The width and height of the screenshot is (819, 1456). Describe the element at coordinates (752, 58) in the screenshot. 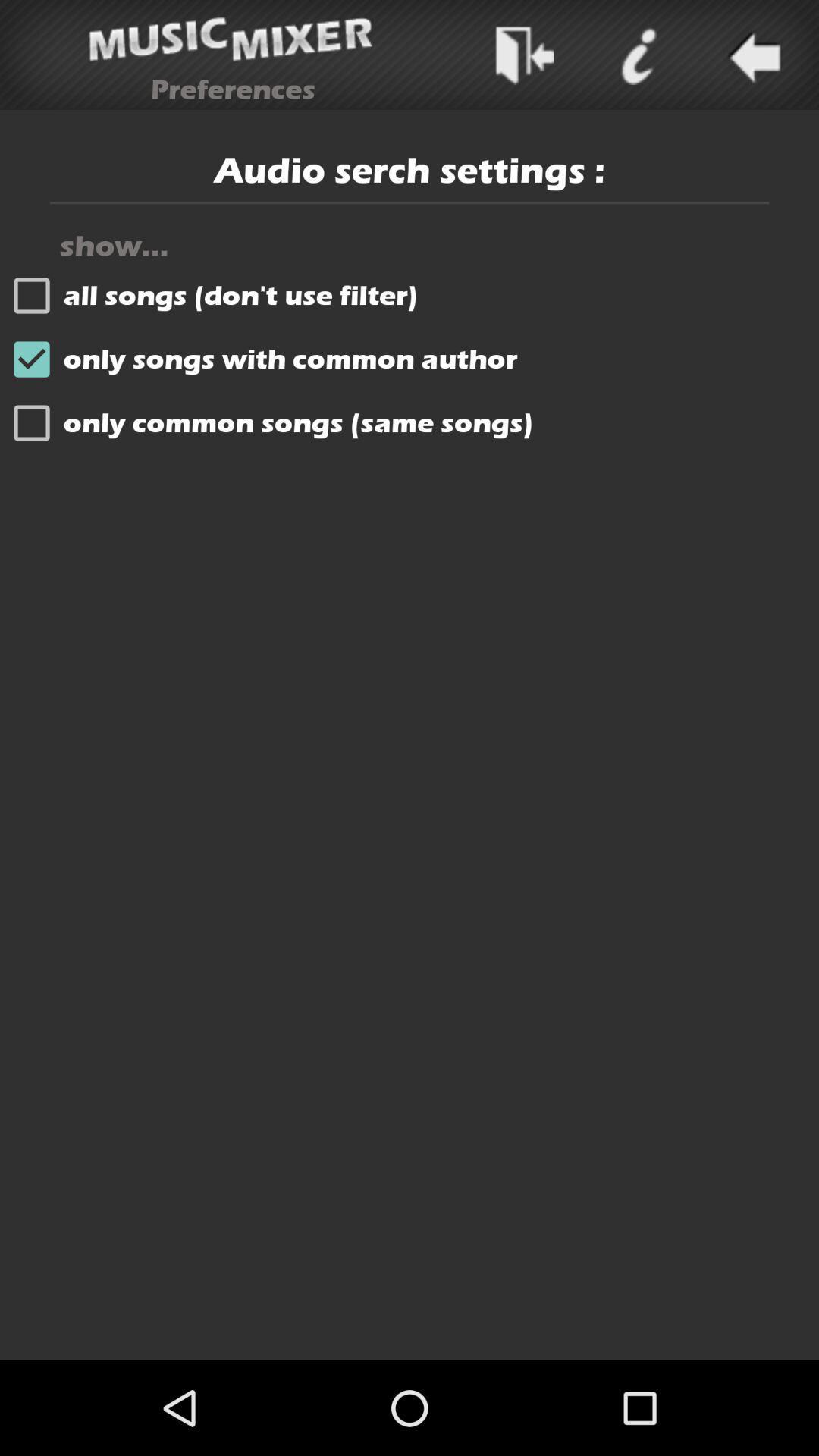

I see `the arrow_backward icon` at that location.